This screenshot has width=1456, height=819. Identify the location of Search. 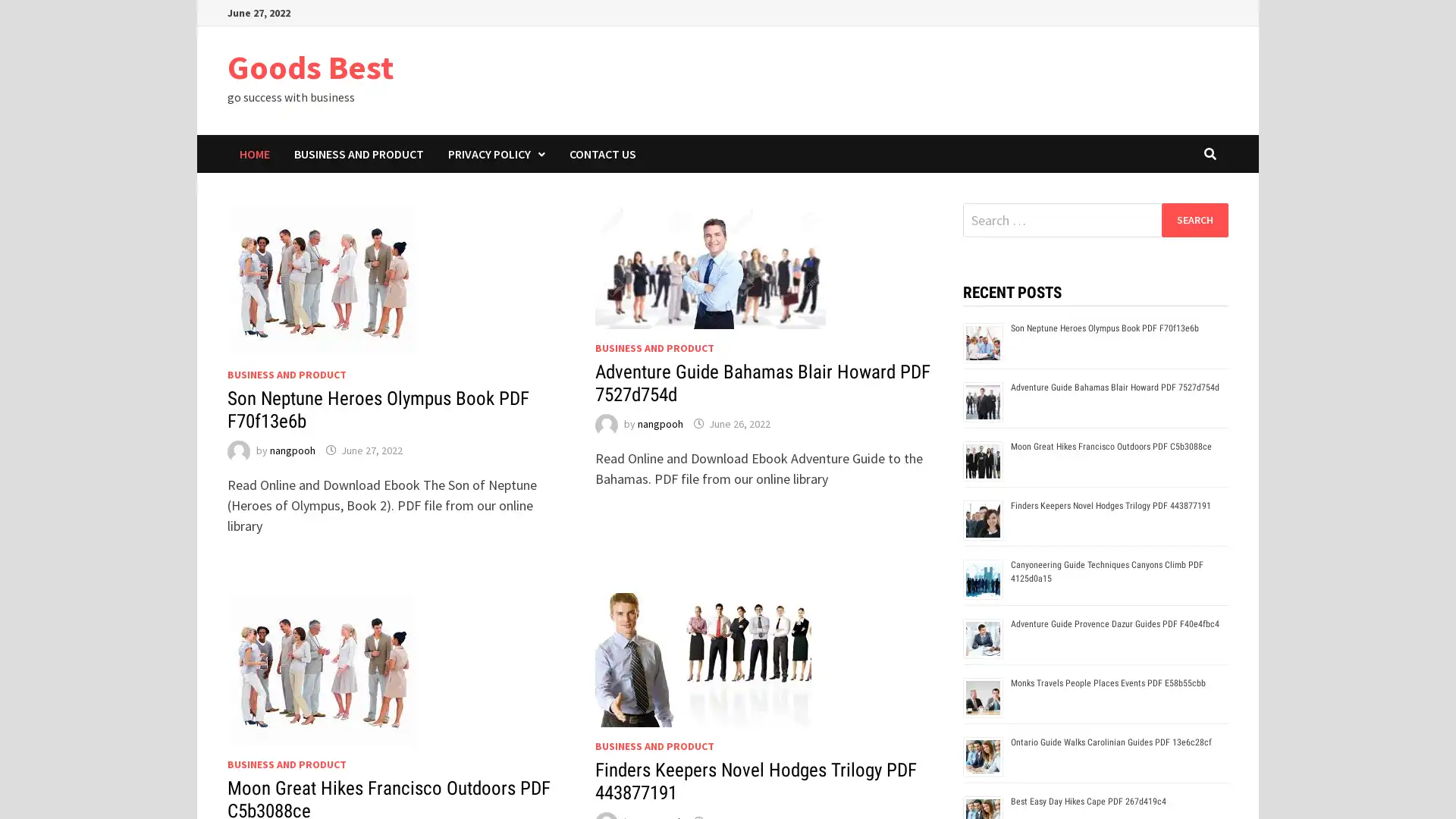
(1194, 219).